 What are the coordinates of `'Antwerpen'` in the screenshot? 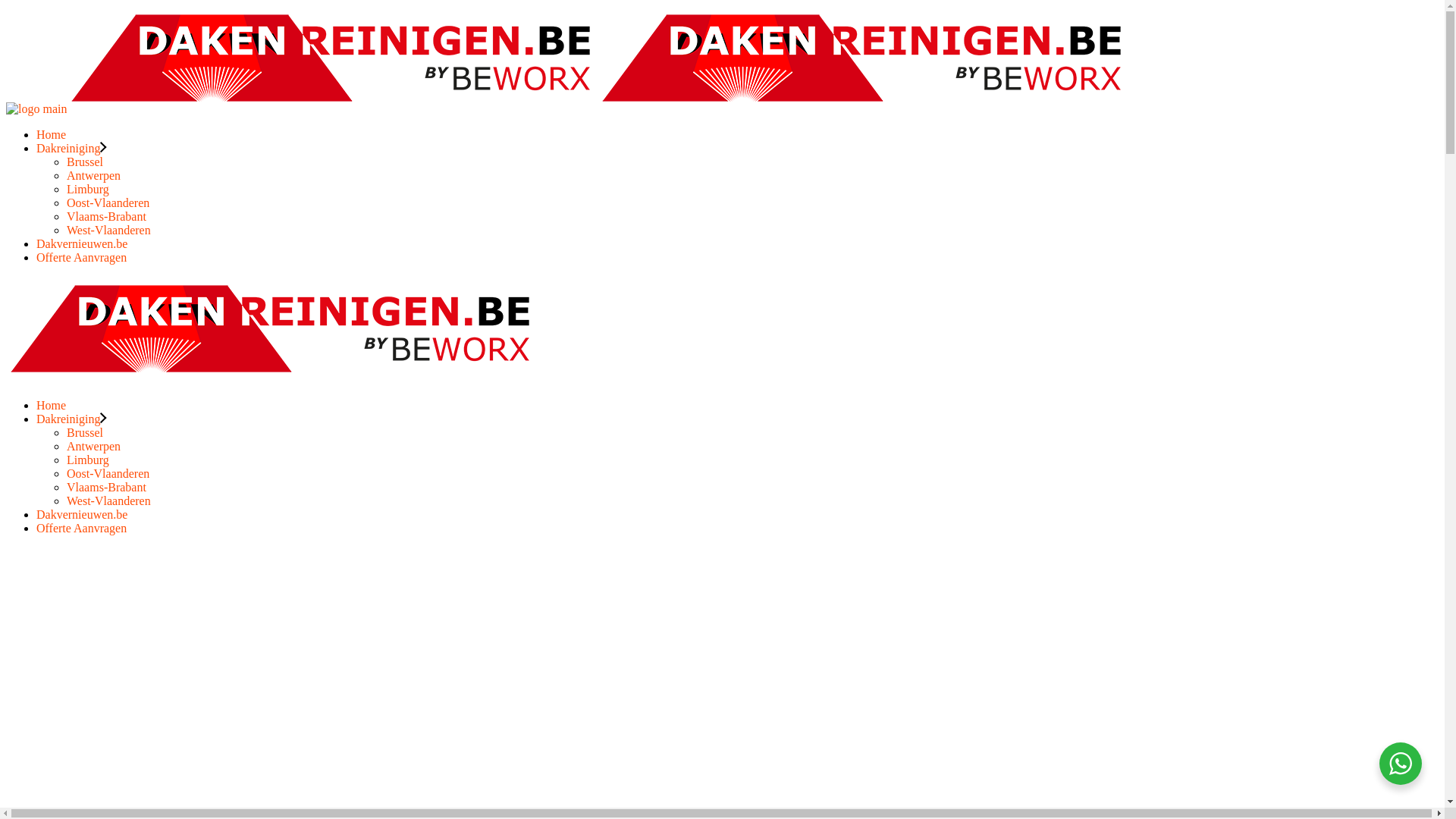 It's located at (65, 174).